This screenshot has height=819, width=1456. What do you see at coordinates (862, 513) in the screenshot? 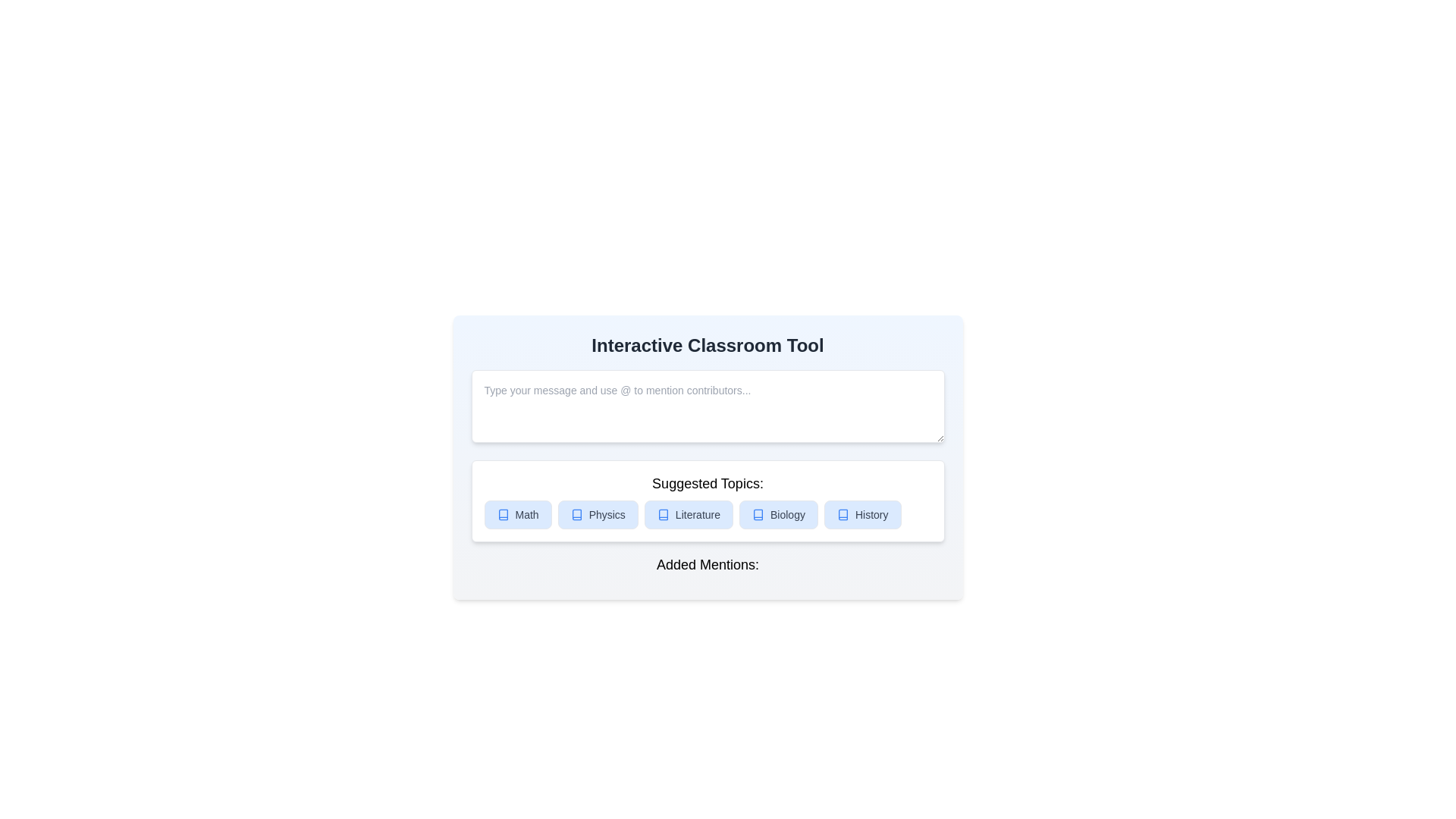
I see `the 'History' button, which is the fifth button` at bounding box center [862, 513].